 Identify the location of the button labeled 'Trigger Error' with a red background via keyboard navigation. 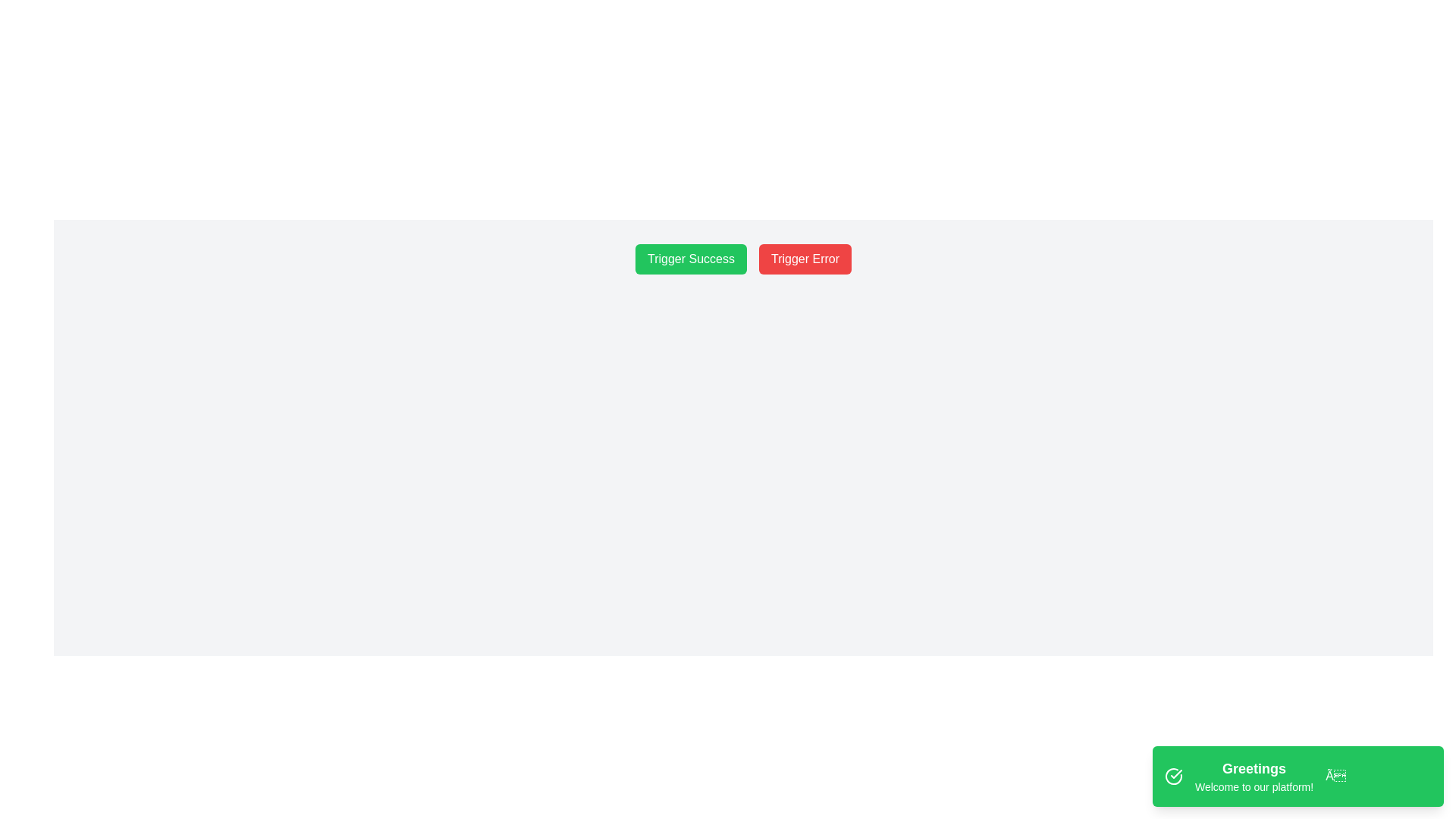
(804, 259).